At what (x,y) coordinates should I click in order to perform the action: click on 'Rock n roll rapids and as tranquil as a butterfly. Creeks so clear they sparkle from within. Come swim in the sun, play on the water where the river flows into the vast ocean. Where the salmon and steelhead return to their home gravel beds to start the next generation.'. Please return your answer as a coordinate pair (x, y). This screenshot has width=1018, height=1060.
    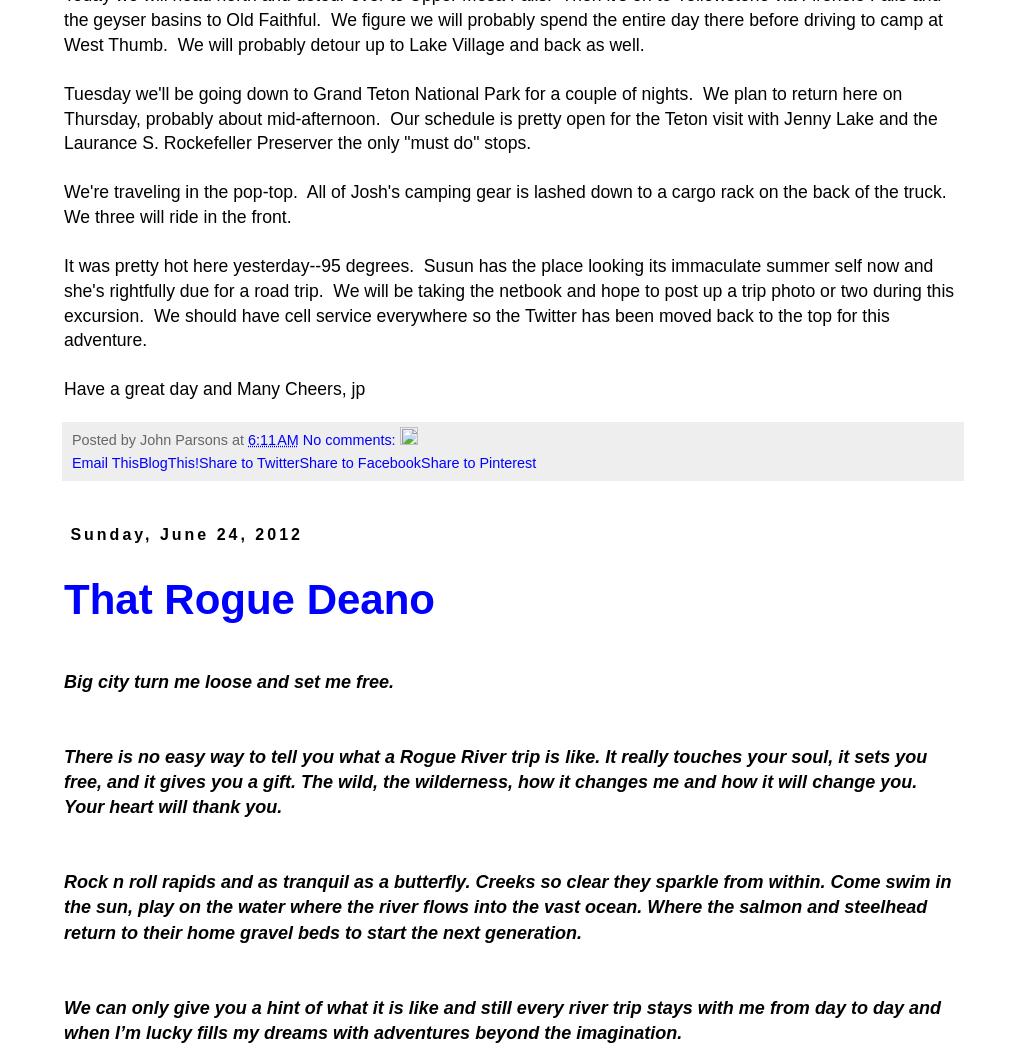
    Looking at the image, I should click on (507, 907).